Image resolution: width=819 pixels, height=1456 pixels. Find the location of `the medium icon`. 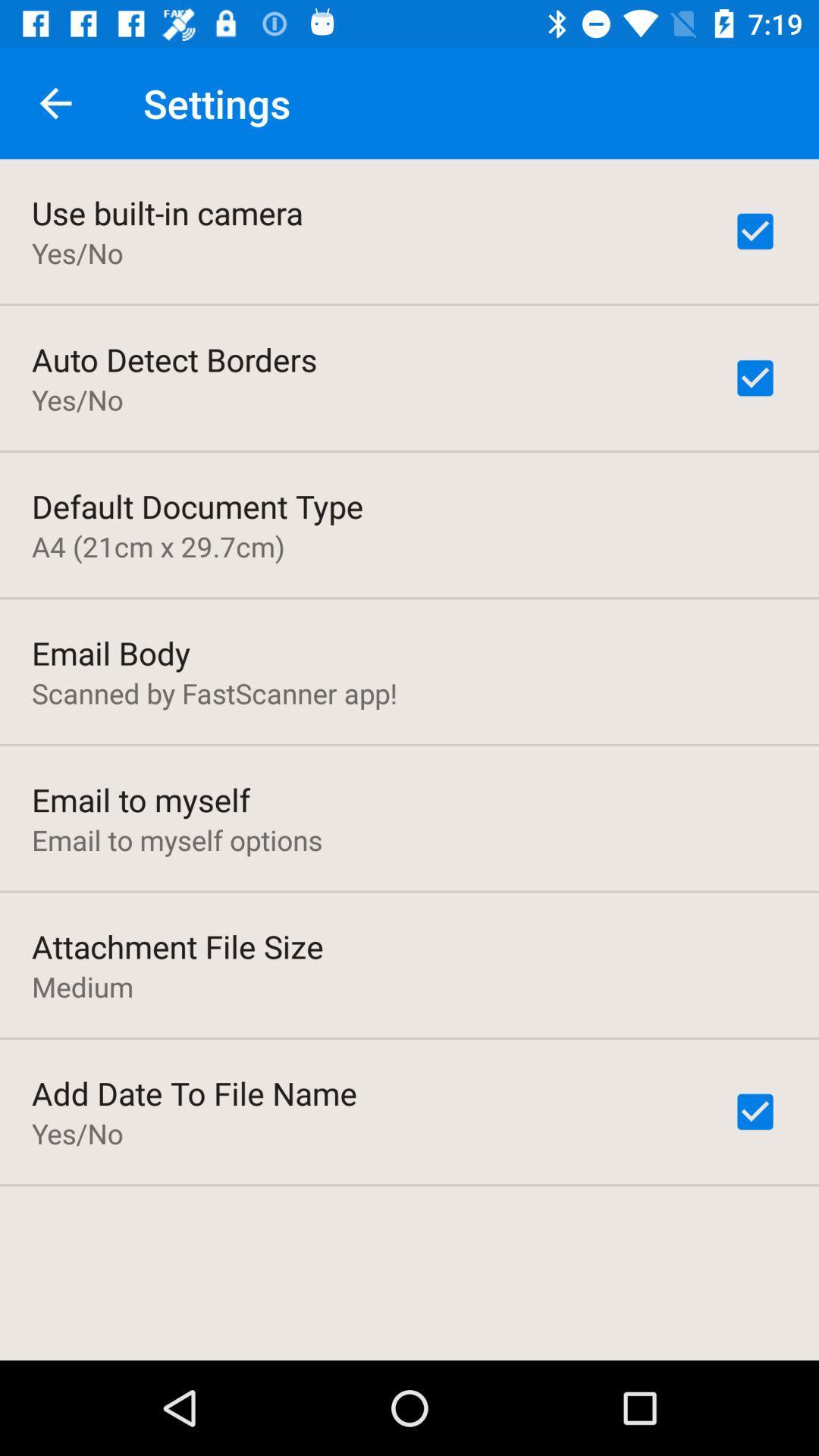

the medium icon is located at coordinates (83, 987).